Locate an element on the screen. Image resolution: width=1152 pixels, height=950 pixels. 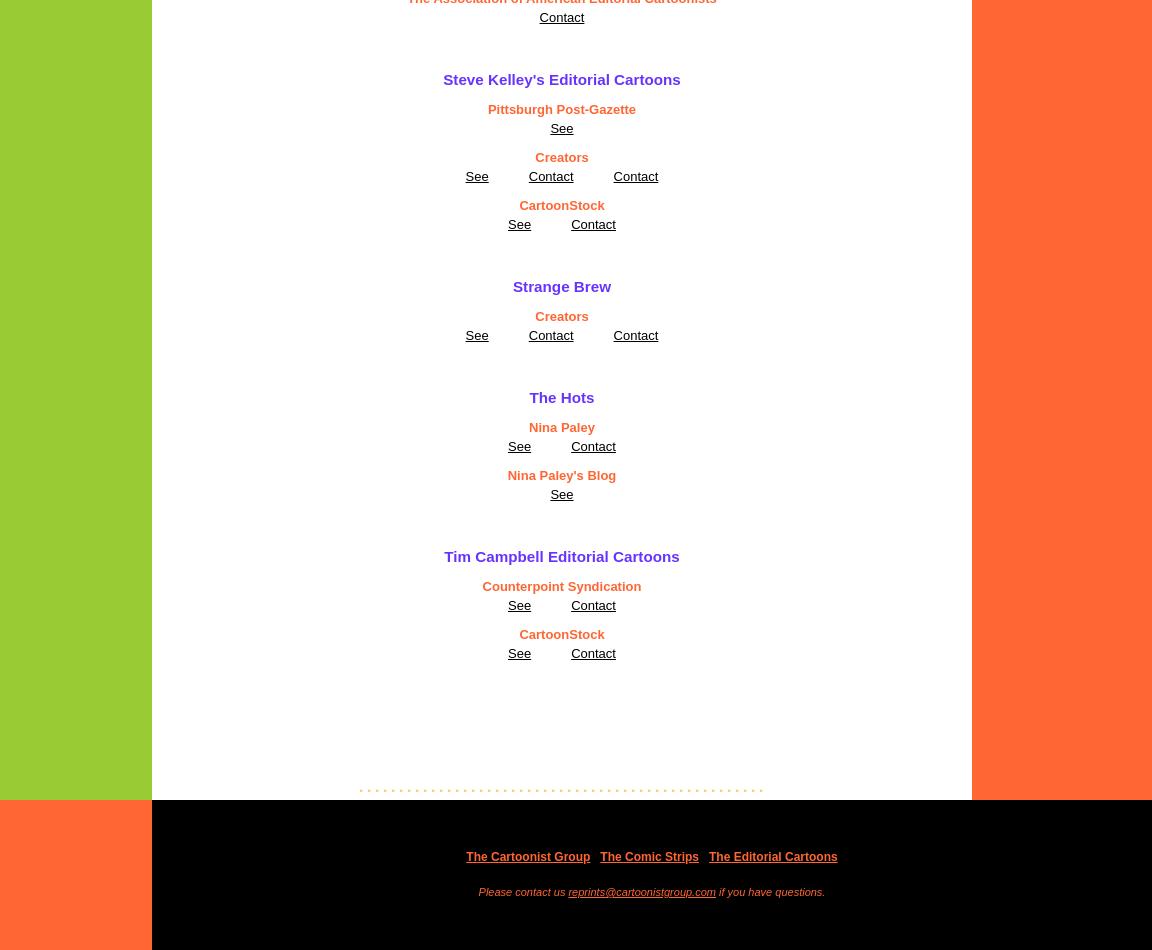
'The Comic Strips' is located at coordinates (598, 855).